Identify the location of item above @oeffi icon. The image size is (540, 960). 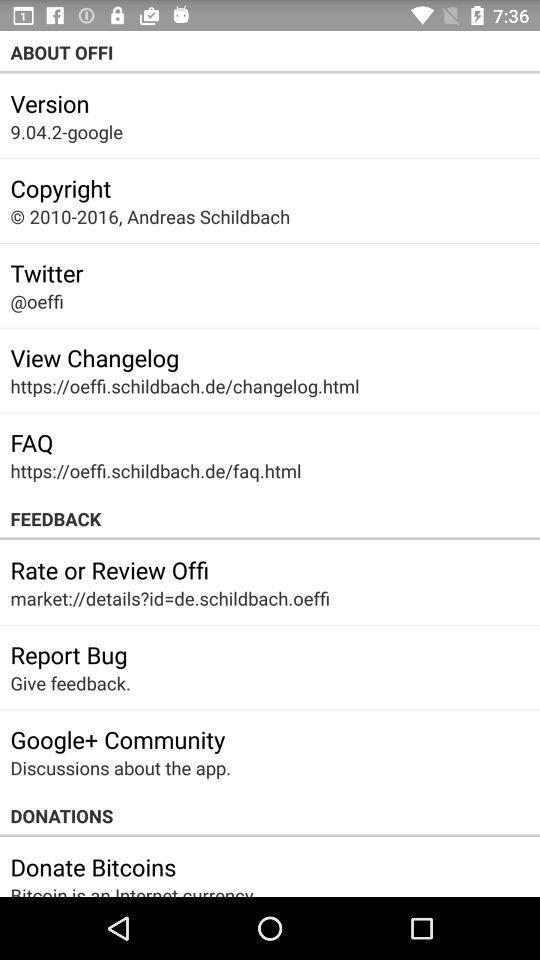
(46, 272).